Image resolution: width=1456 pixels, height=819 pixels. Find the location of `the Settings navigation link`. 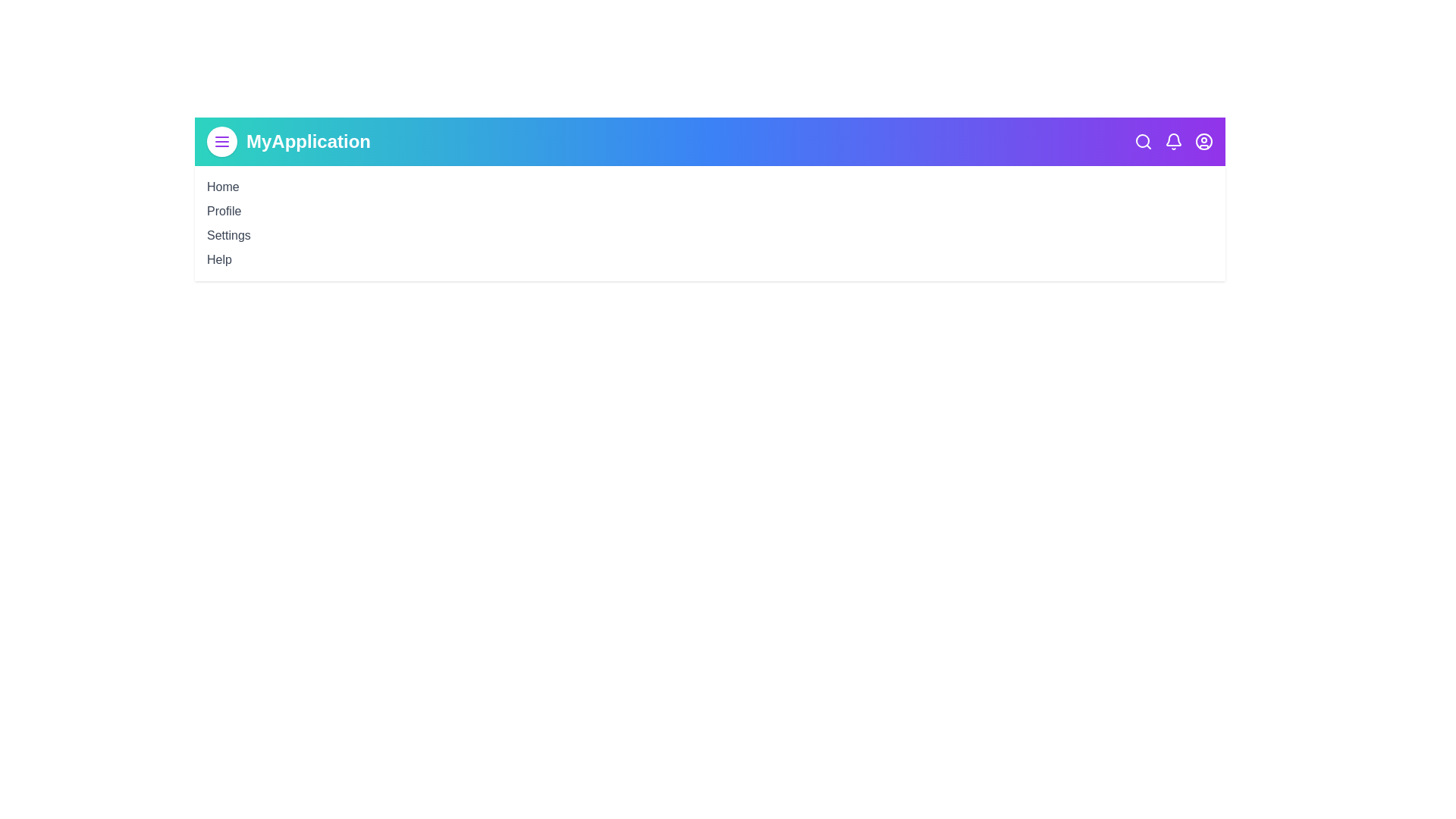

the Settings navigation link is located at coordinates (227, 234).